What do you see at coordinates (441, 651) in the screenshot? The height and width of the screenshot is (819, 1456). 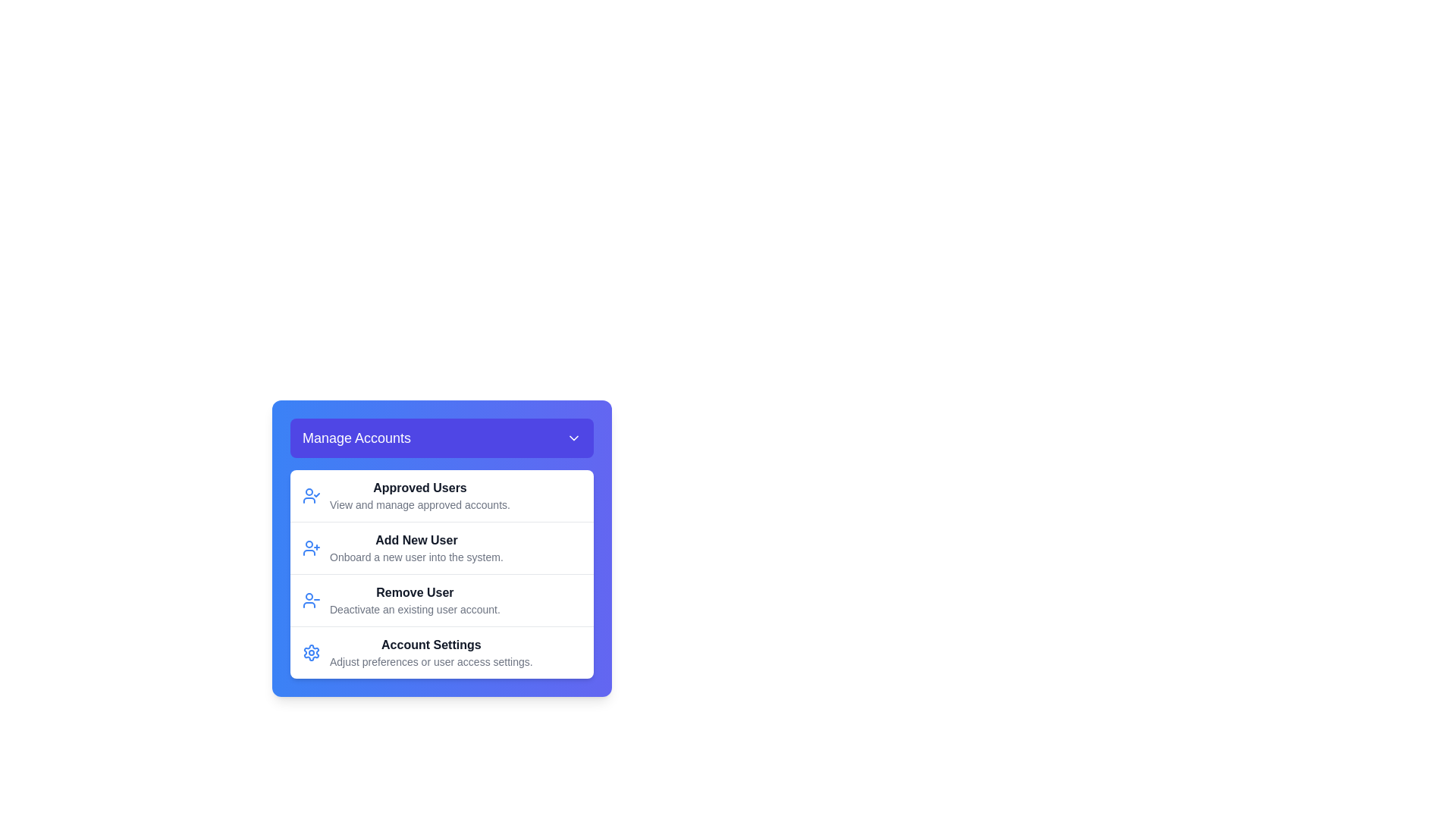 I see `the fourth menu item in the vertical list, which serves as an access point to adjust preferences or modify user access settings` at bounding box center [441, 651].